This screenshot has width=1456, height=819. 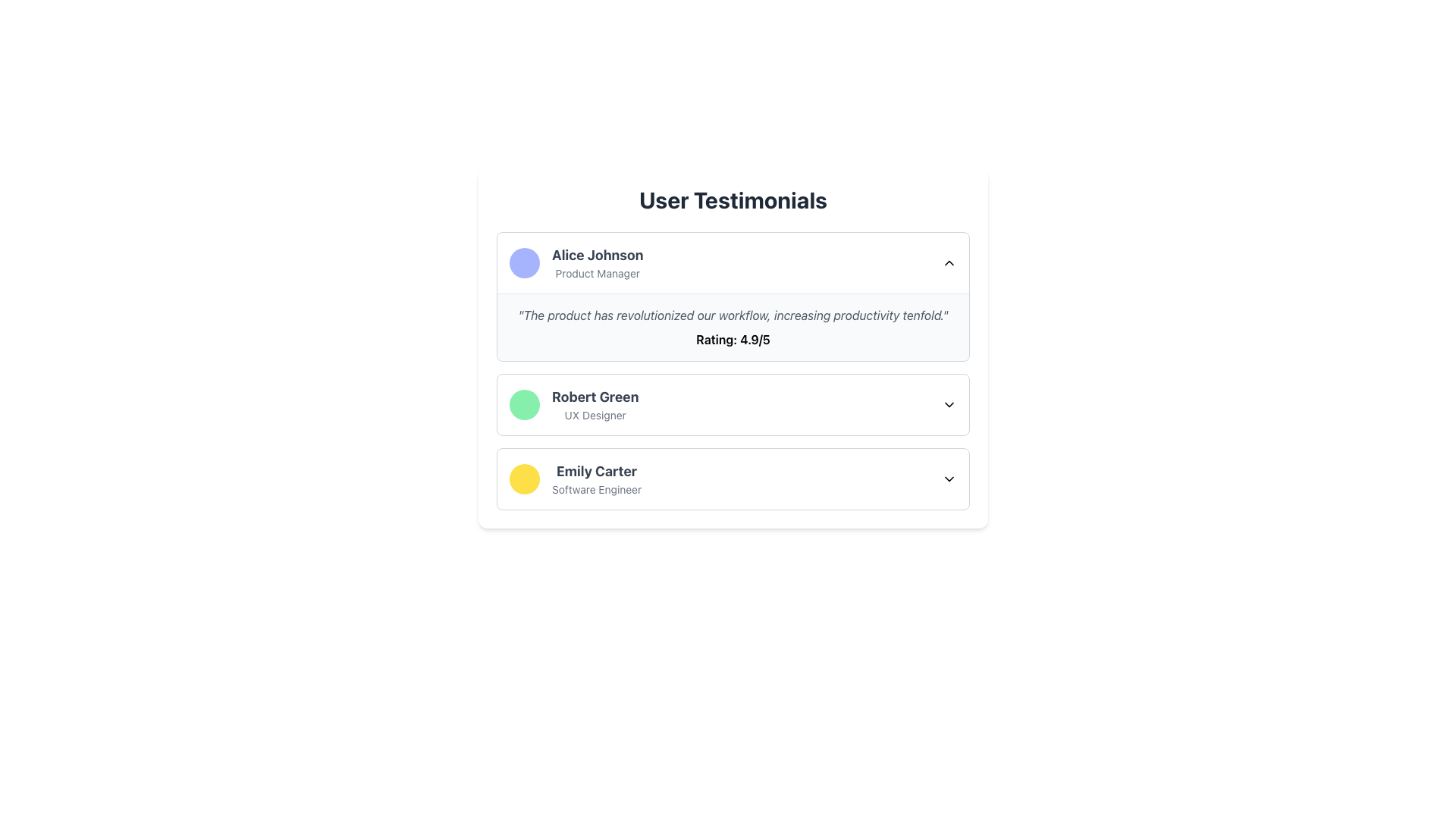 I want to click on the text label displaying 'Alice Johnson', which is a bold, dark gray name label in the testimonial section, located near a circular light blue profile icon, so click(x=597, y=254).